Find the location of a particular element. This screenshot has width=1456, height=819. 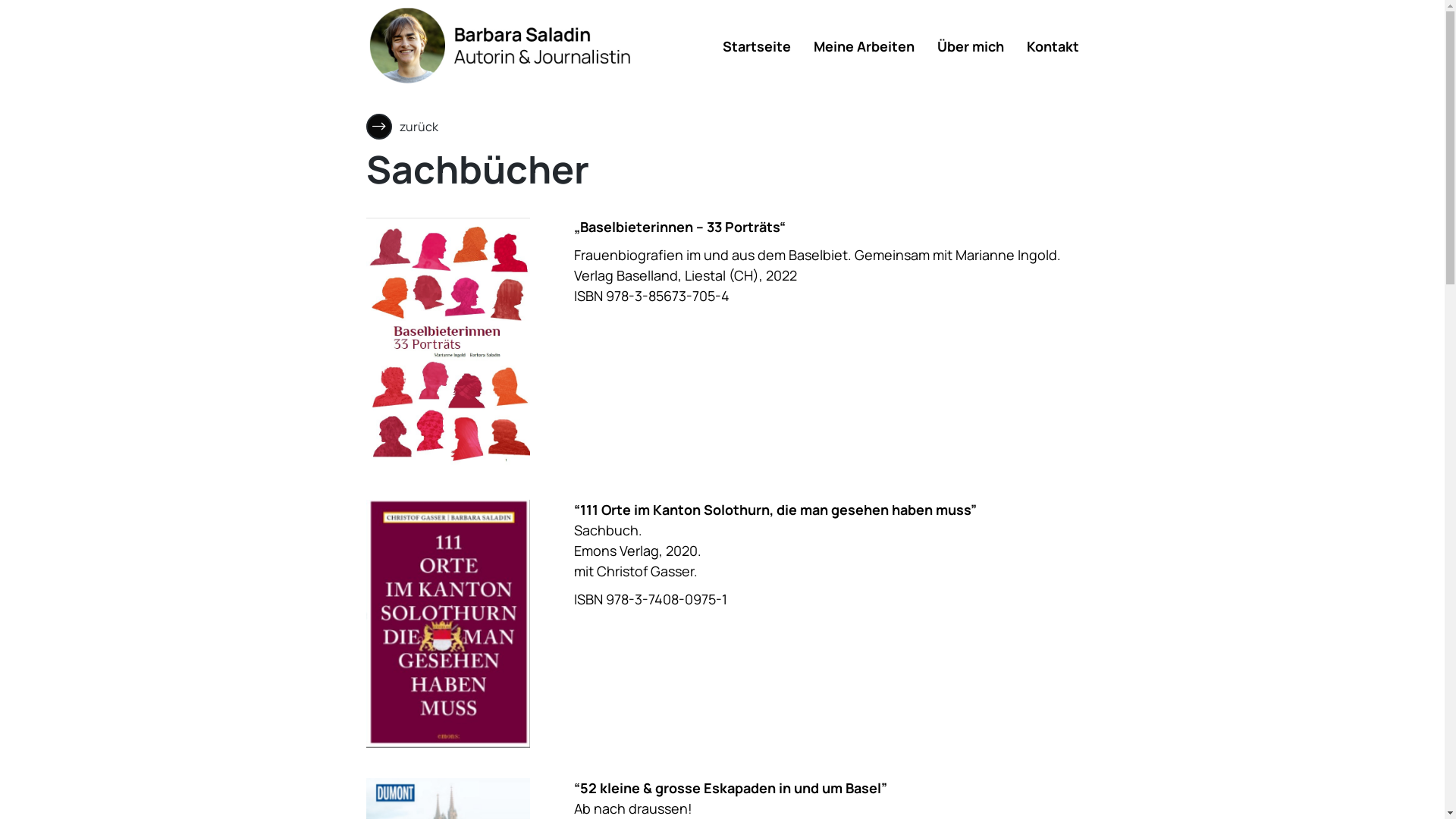

'Meine Arbeiten' is located at coordinates (811, 45).